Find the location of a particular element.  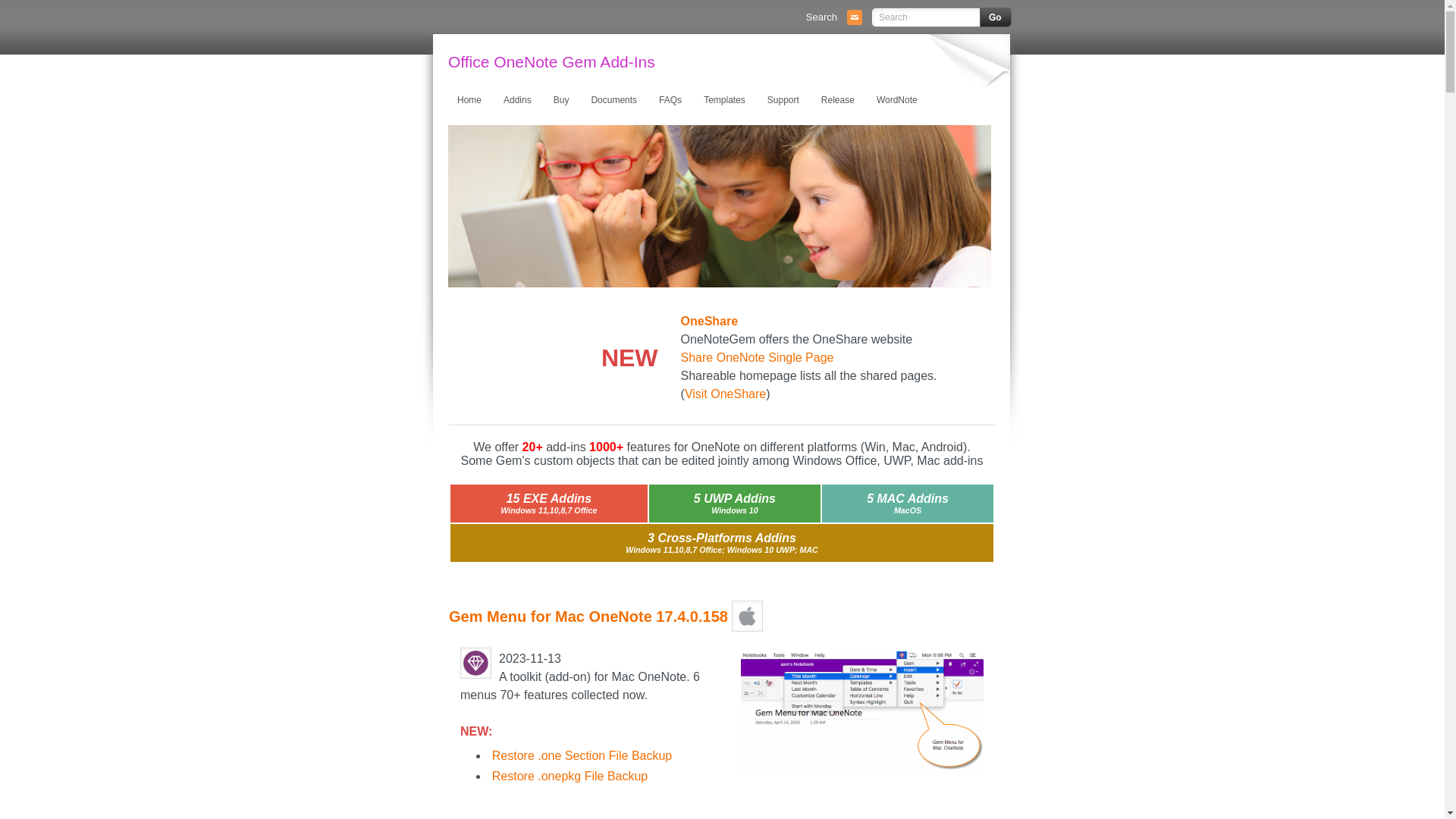

'WordNote' is located at coordinates (896, 99).